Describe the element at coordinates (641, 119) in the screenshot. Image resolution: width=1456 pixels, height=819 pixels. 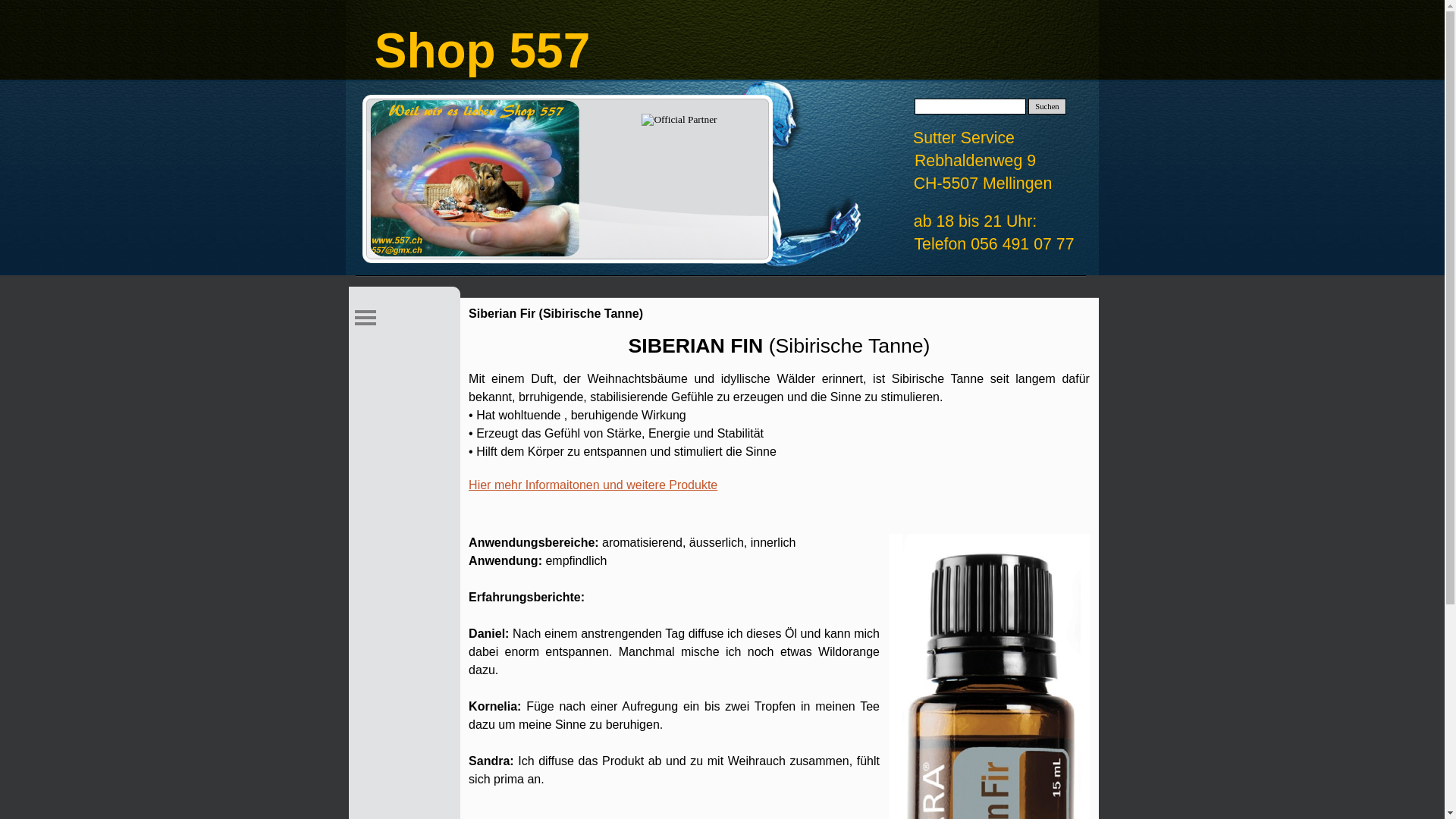
I see `'Official Partner'` at that location.